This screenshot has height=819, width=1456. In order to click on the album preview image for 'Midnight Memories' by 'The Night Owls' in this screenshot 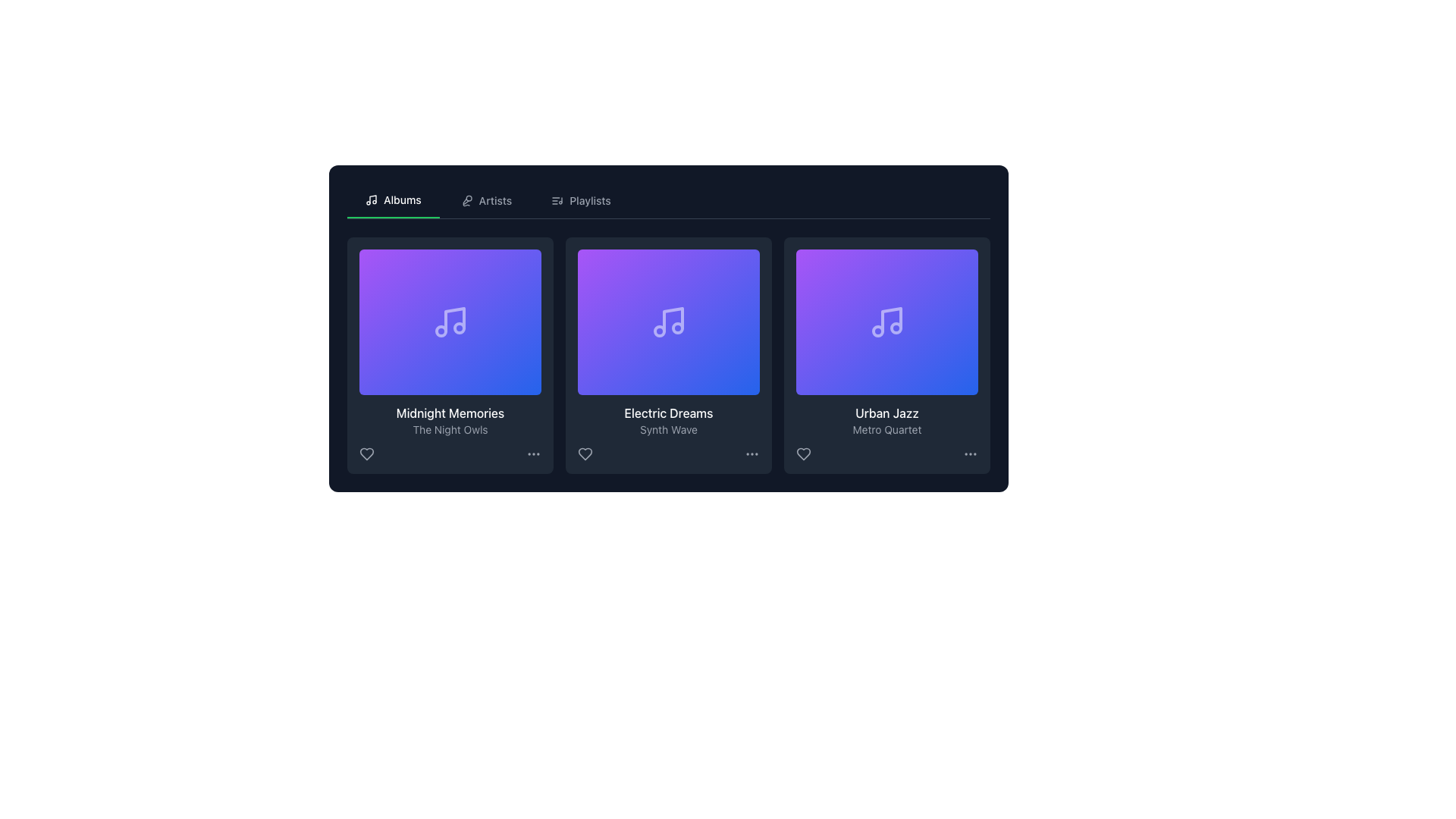, I will do `click(450, 321)`.